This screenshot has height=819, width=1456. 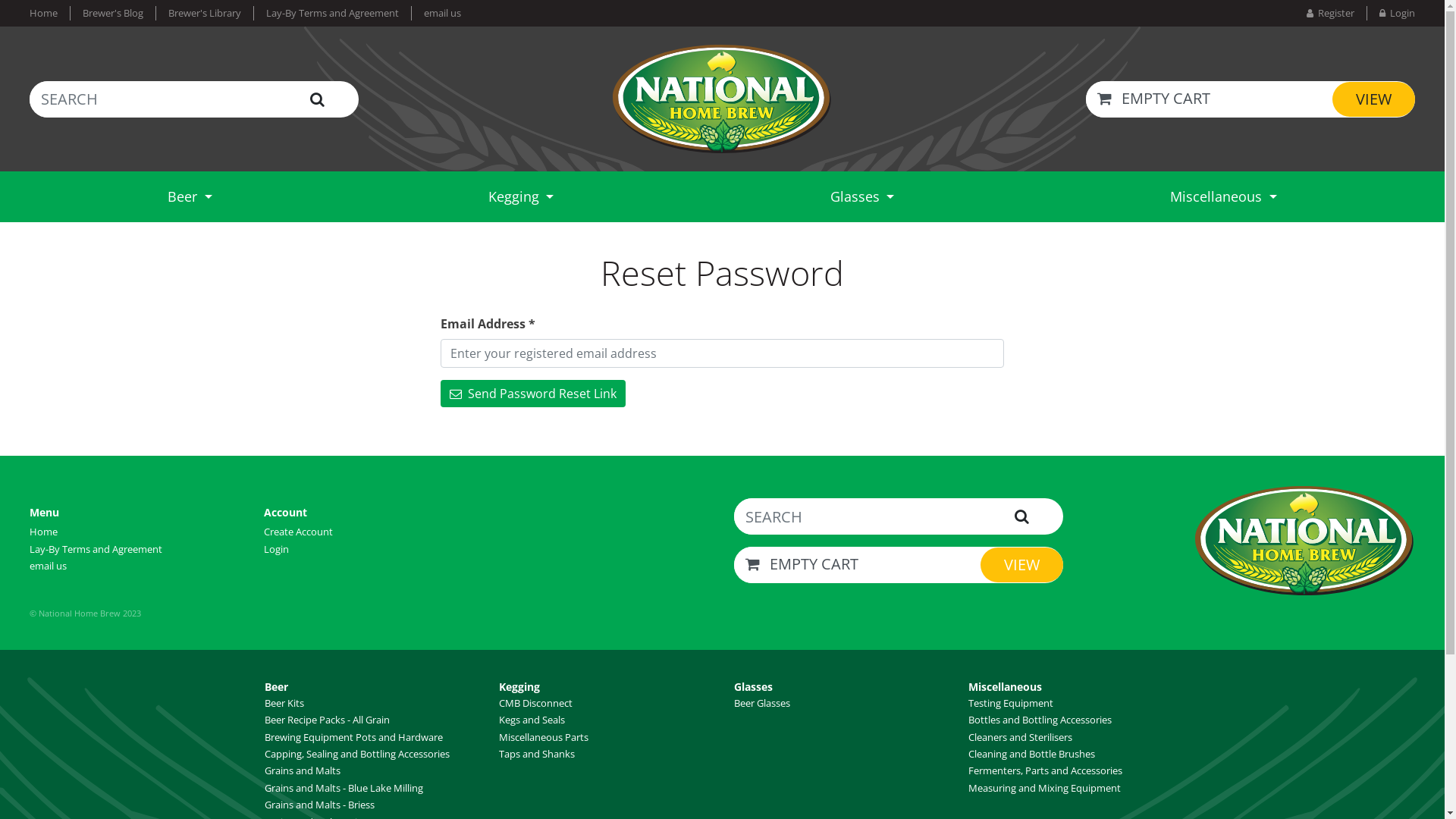 What do you see at coordinates (265, 686) in the screenshot?
I see `'Beer'` at bounding box center [265, 686].